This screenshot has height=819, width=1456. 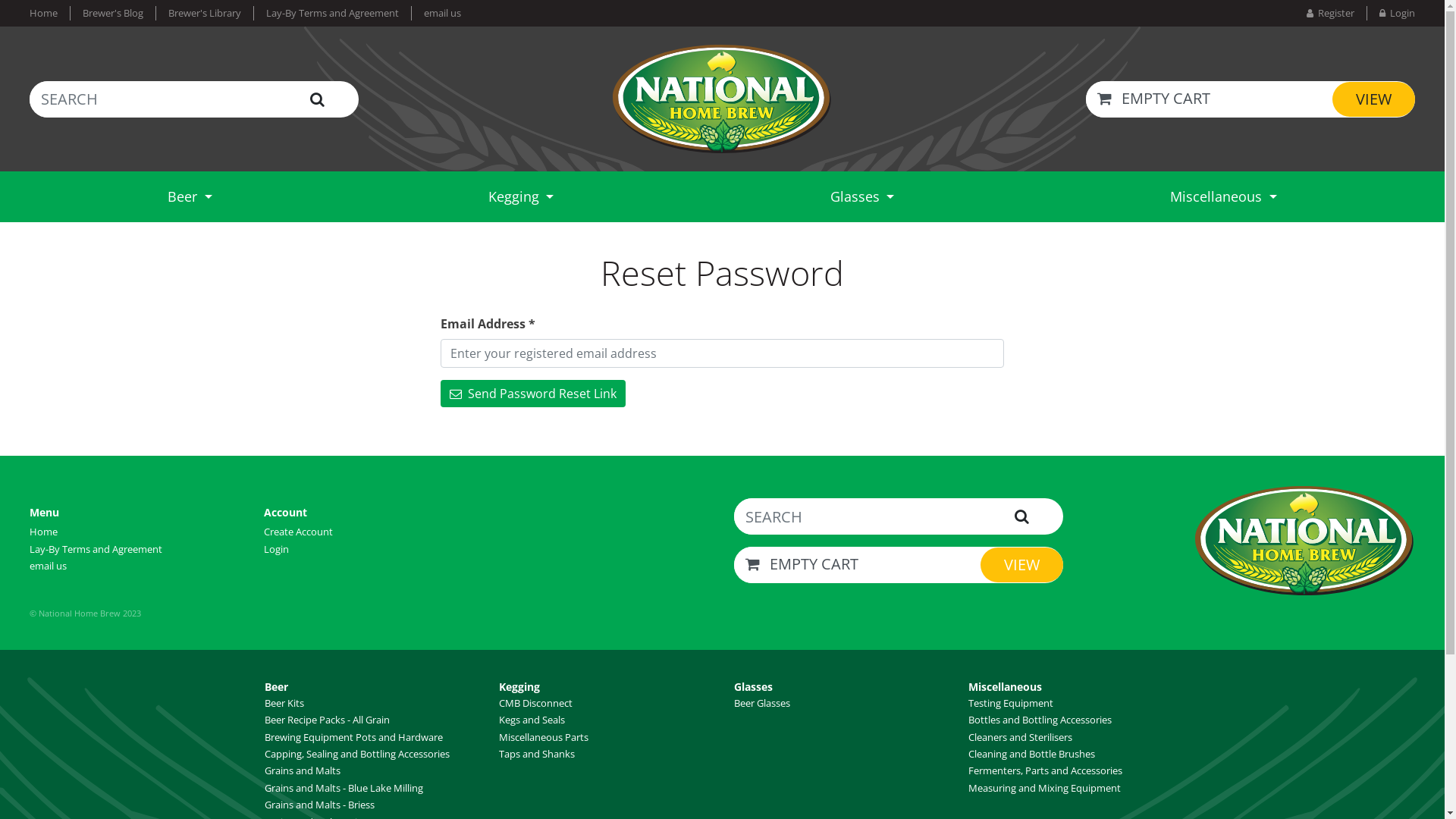 What do you see at coordinates (265, 686) in the screenshot?
I see `'Beer'` at bounding box center [265, 686].